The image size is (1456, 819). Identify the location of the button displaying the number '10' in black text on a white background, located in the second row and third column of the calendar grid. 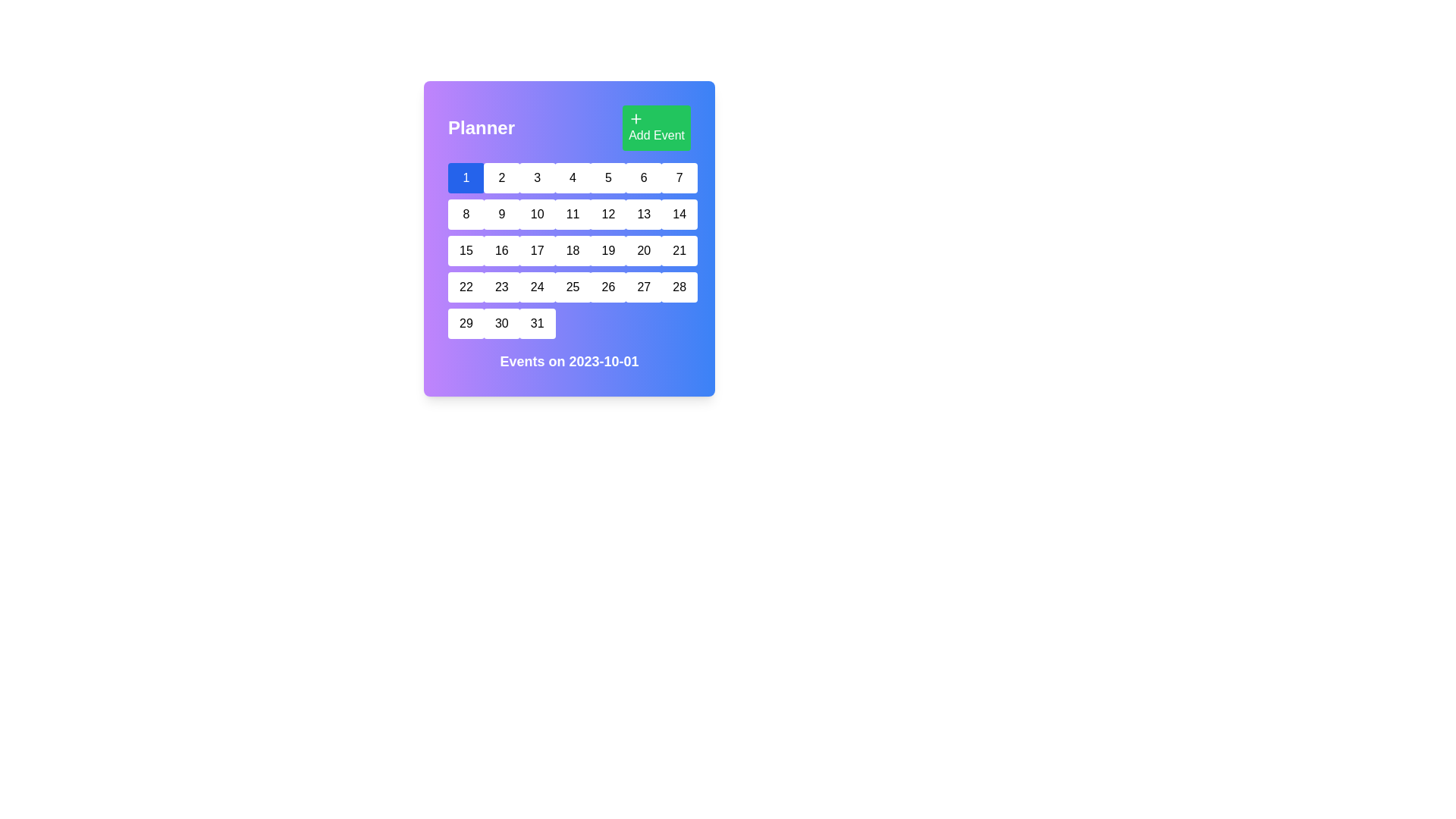
(537, 214).